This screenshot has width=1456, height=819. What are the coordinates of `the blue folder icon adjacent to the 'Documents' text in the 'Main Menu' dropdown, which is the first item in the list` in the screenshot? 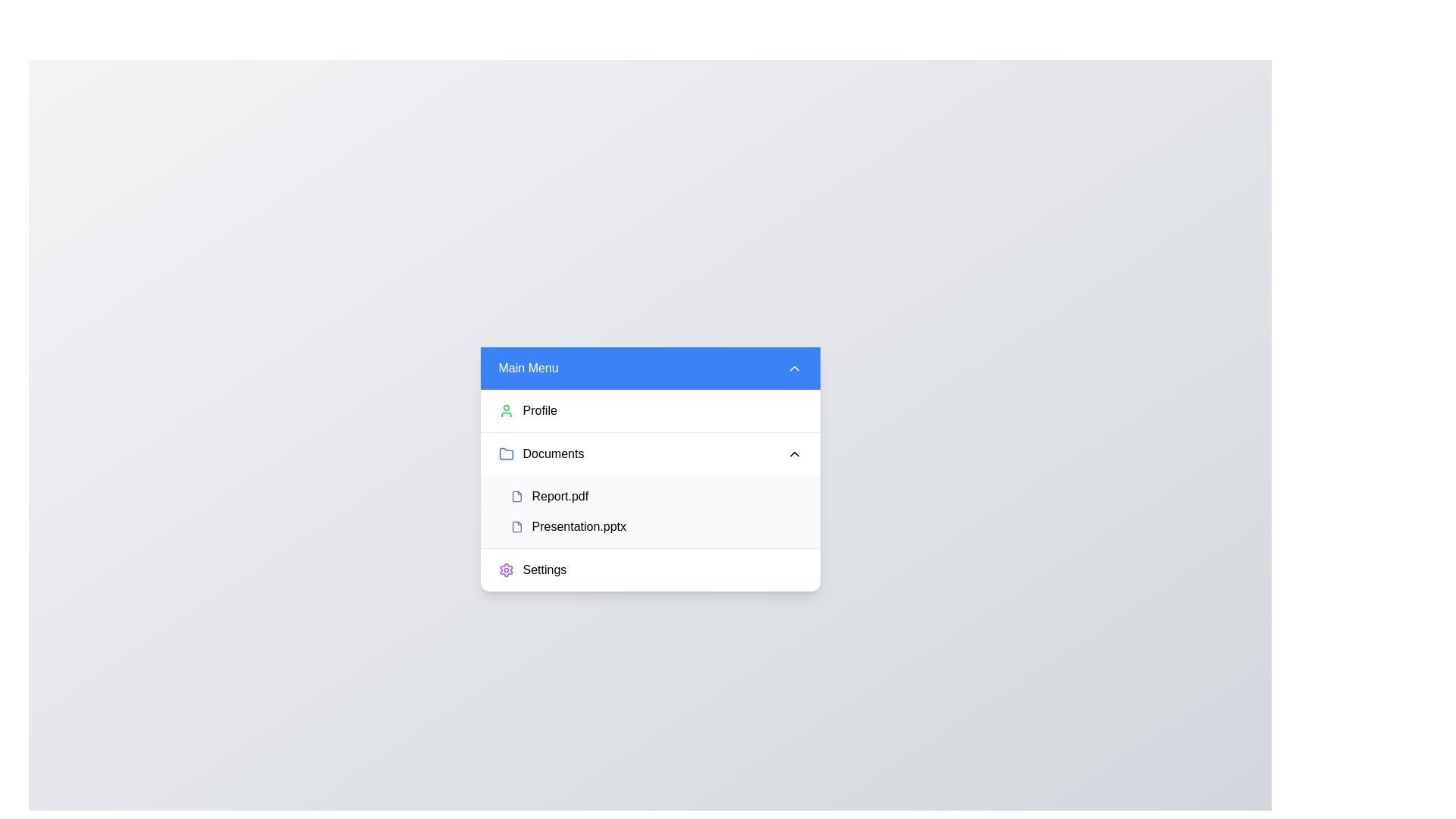 It's located at (506, 453).